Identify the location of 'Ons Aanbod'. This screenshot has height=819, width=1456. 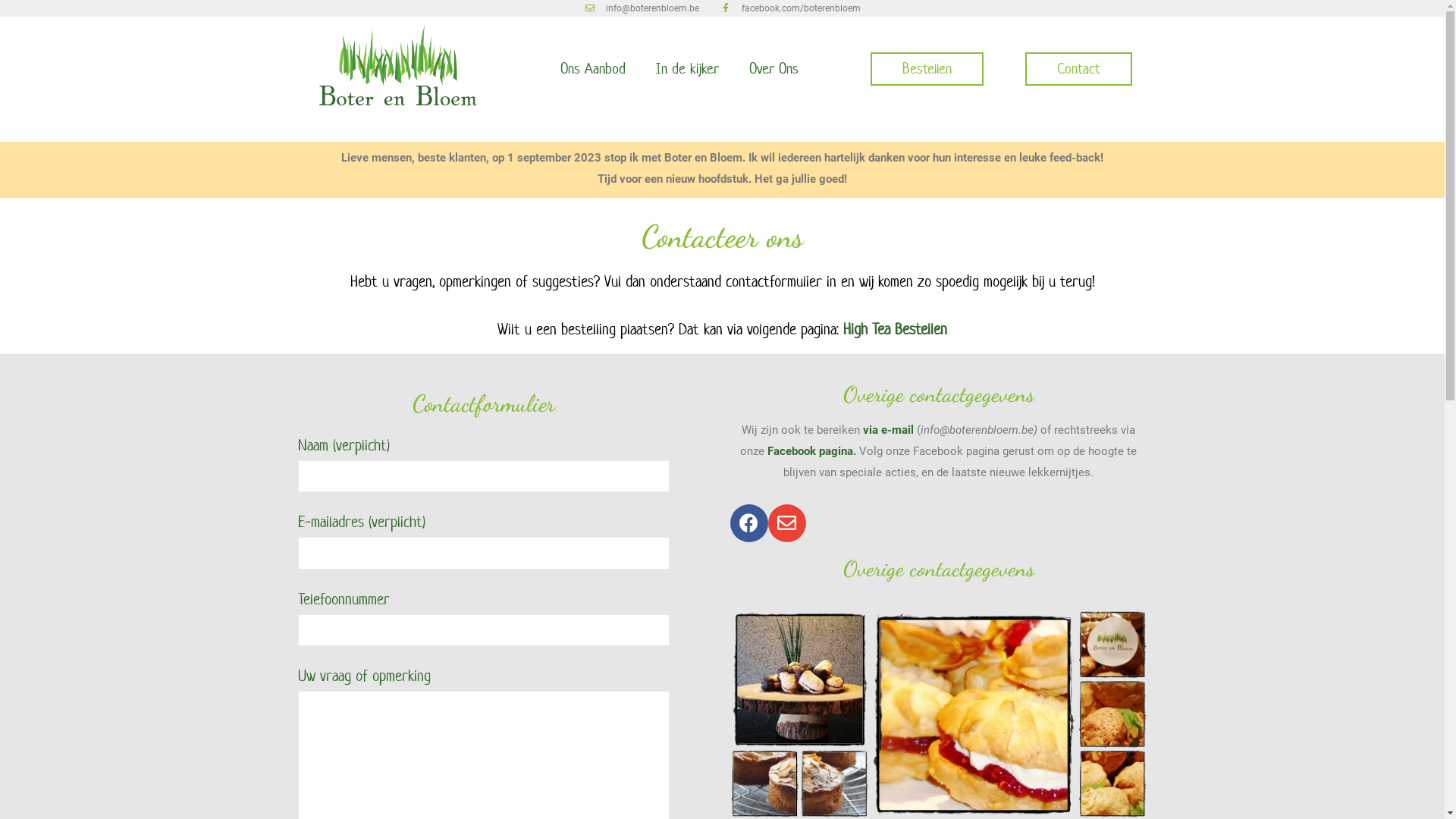
(591, 69).